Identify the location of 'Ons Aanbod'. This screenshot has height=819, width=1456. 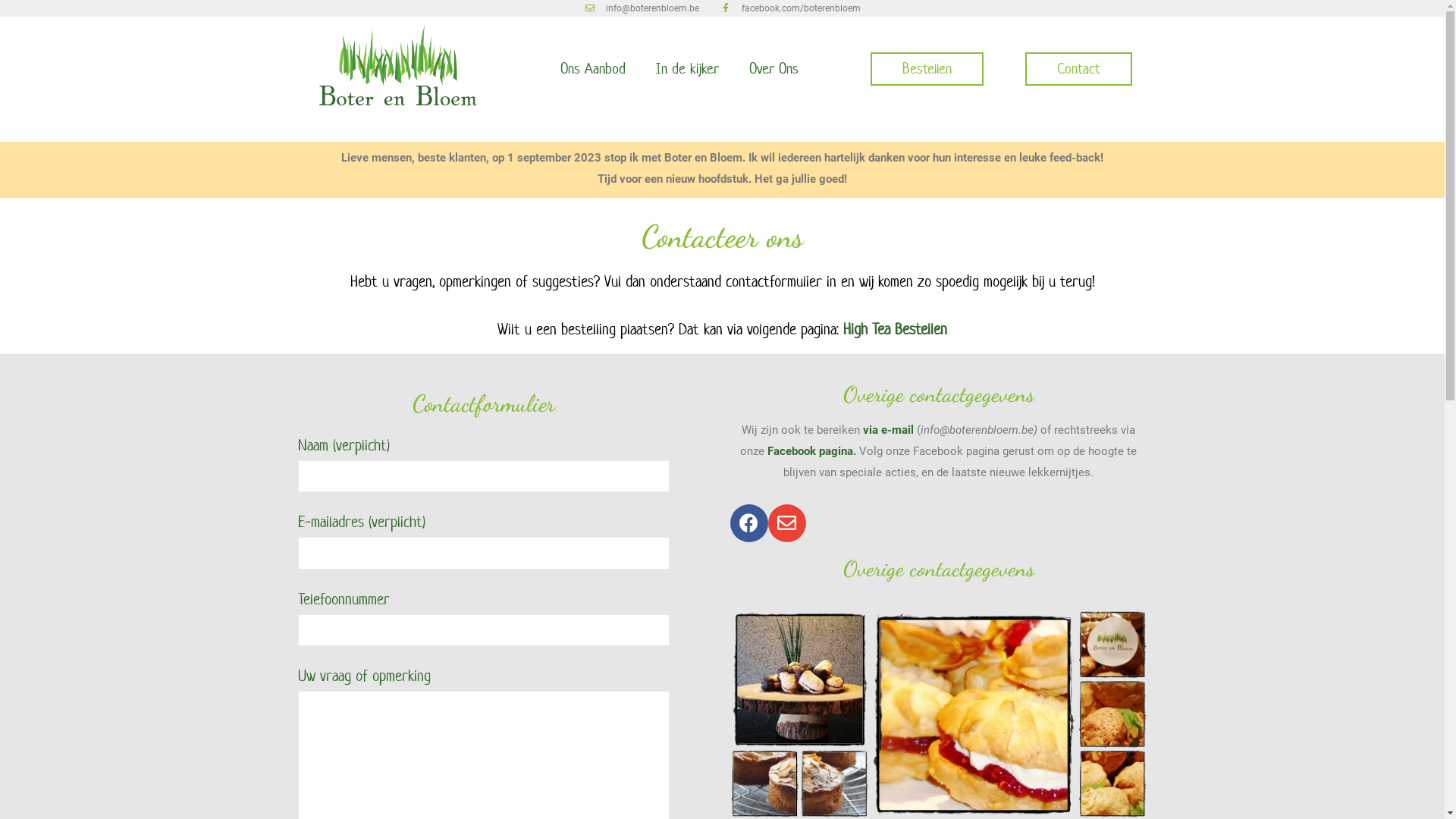
(591, 69).